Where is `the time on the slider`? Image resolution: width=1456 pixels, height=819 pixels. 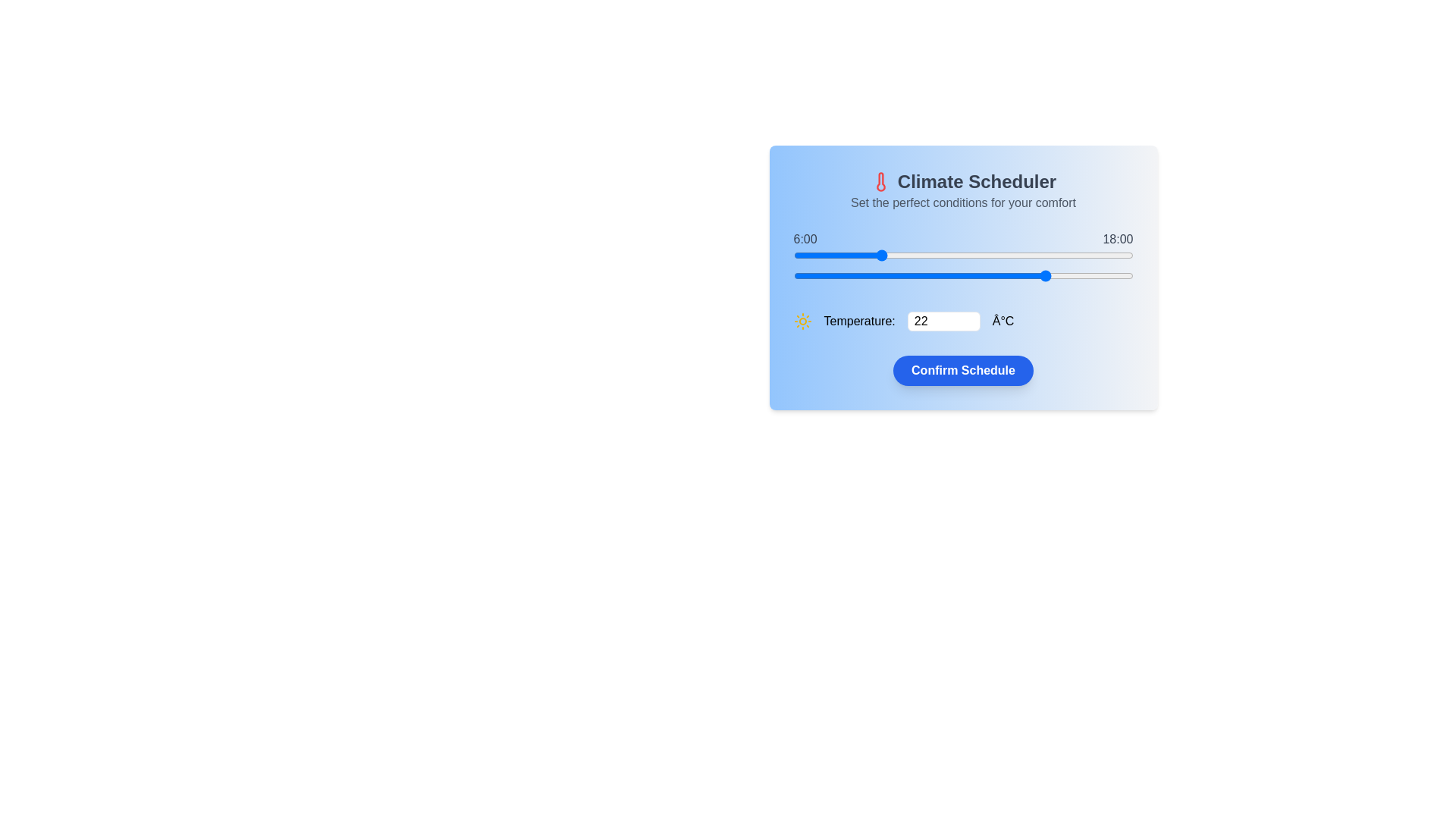 the time on the slider is located at coordinates (792, 254).